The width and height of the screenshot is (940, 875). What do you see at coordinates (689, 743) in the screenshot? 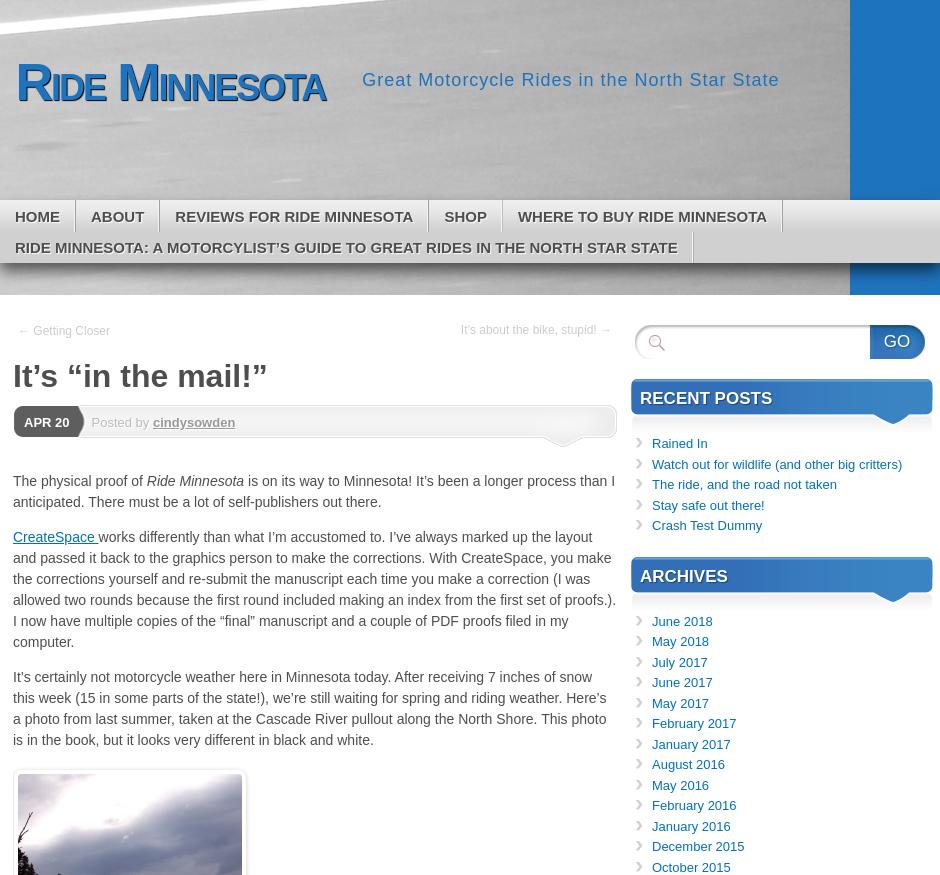
I see `'January 2017'` at bounding box center [689, 743].